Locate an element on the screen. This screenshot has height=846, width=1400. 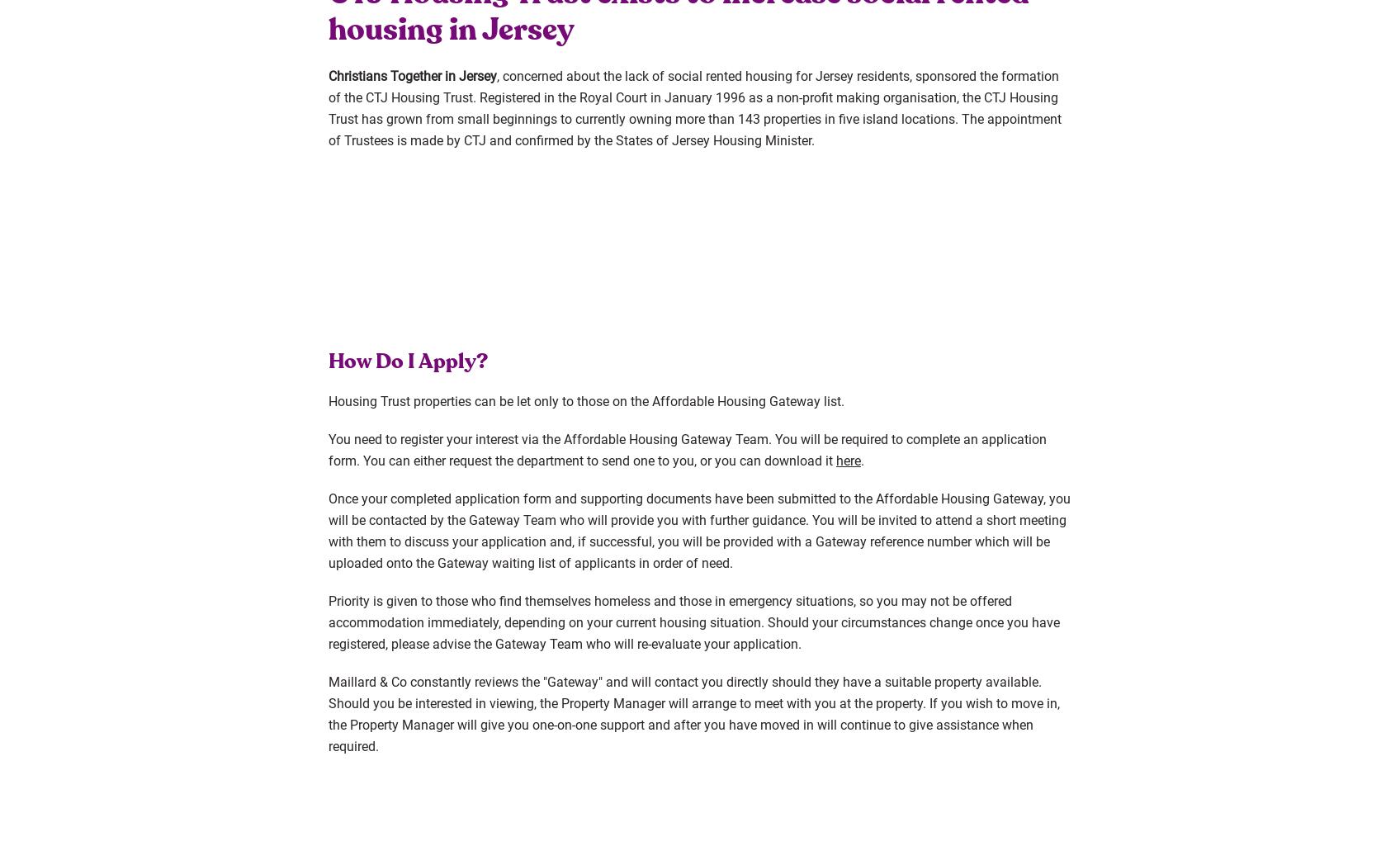
', concerned about the lack of social rented housing for Jersey residents, sponsored the formation of the CTJ Housing Trust. Registered in the Royal Court in January 1996 as a non-profit making organisation, the CTJ Housing Trust has grown from small beginnings to currently owning more than 143 properties in five island locations. The appointment of Trustees is made by CTJ and confirmed by the States of Jersey Housing Minister.' is located at coordinates (694, 107).